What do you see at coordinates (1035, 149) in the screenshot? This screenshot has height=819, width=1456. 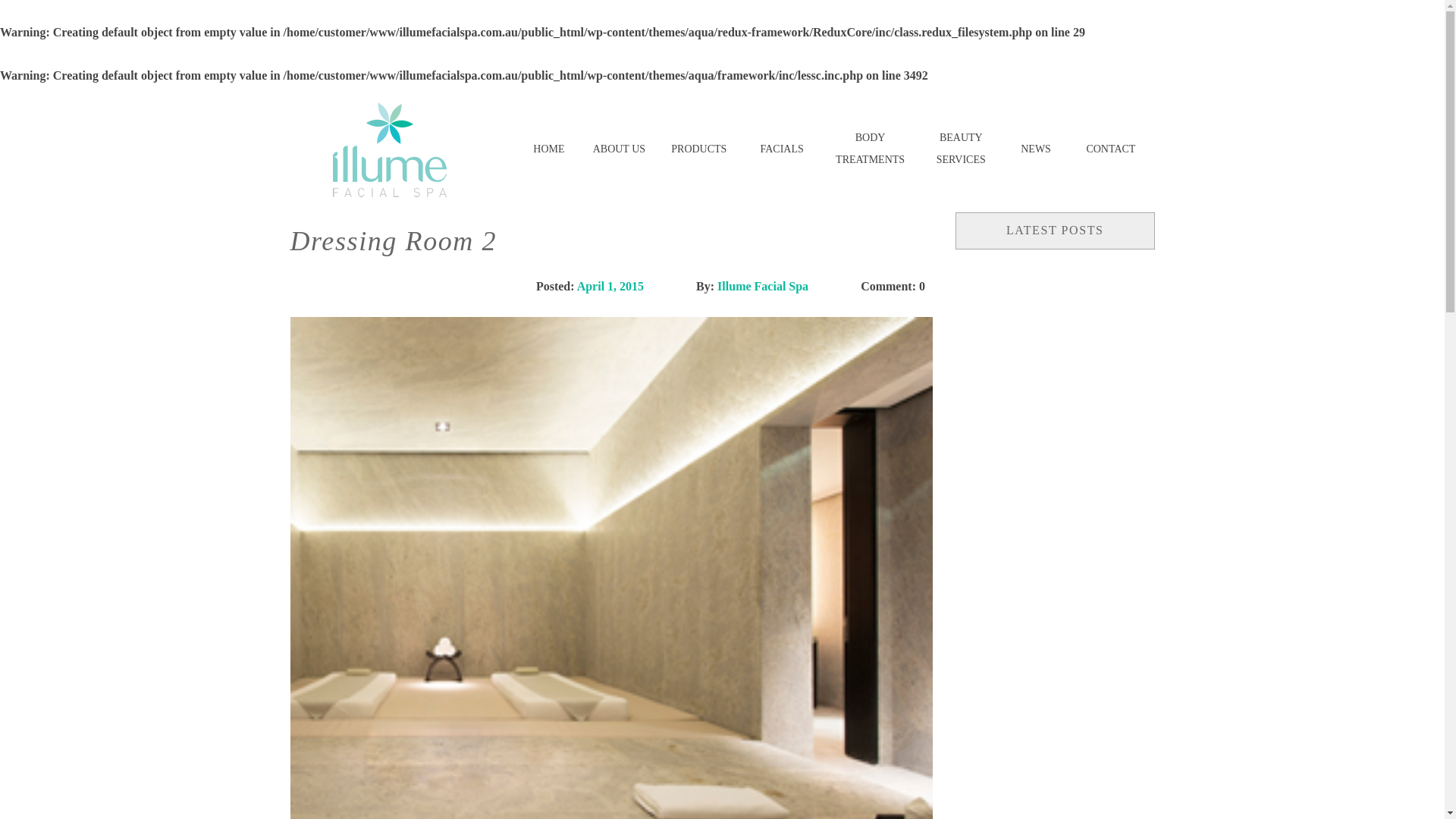 I see `'NEWS'` at bounding box center [1035, 149].